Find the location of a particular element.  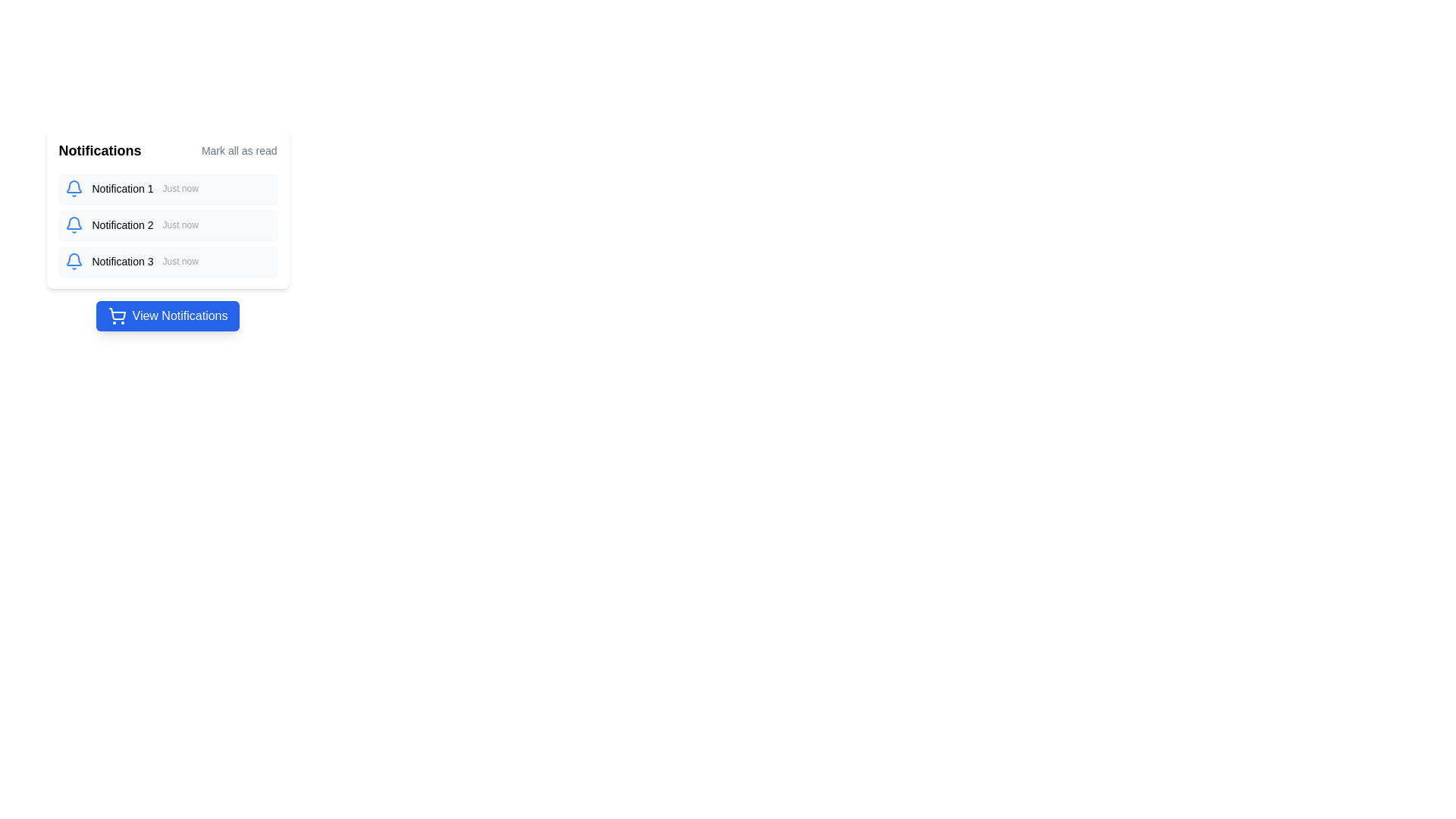

the bell icon indicating notifications located to the left of the text 'Notification 3' in the notification panel is located at coordinates (73, 260).